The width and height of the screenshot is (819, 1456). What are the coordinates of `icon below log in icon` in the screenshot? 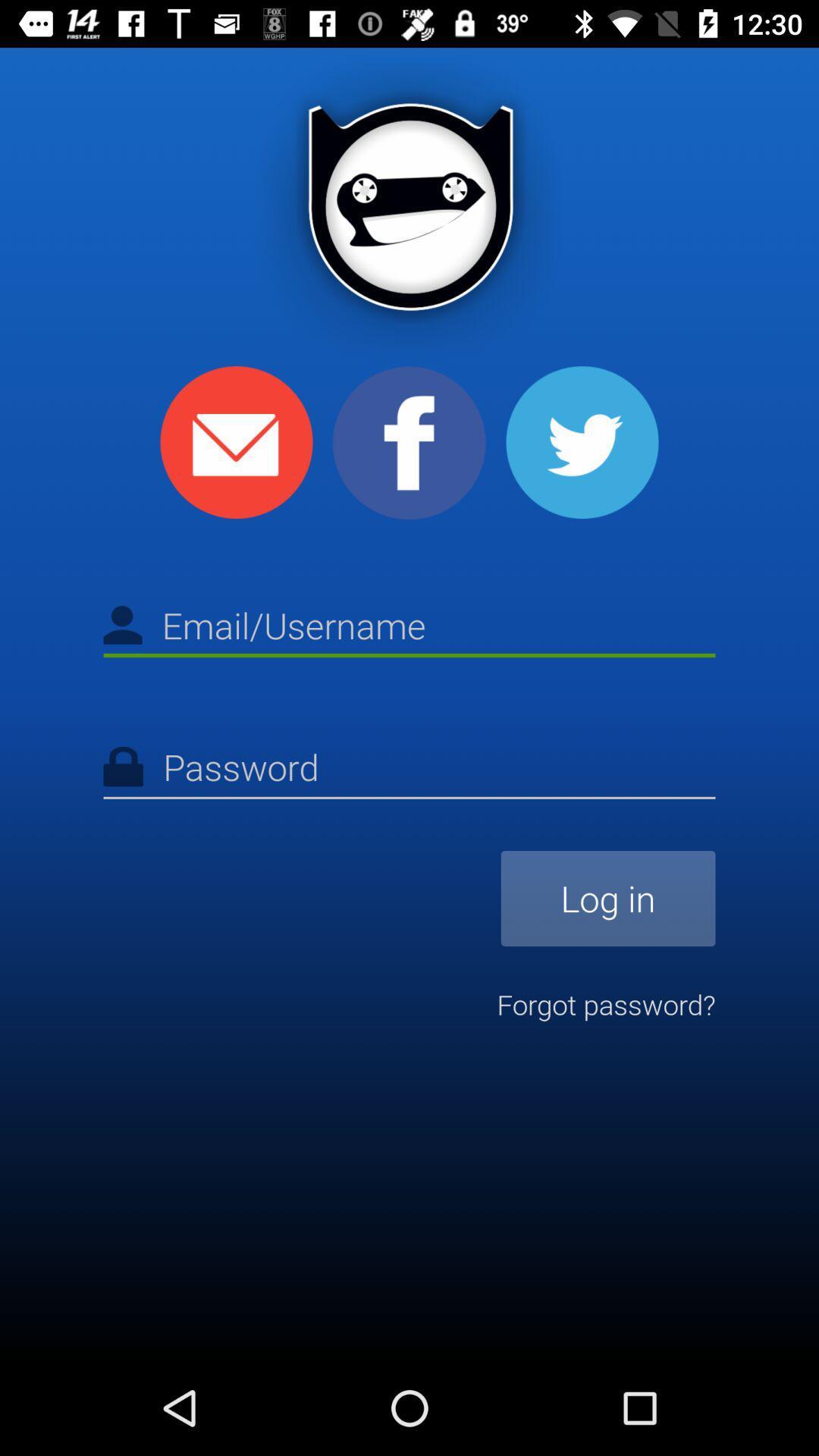 It's located at (605, 1004).